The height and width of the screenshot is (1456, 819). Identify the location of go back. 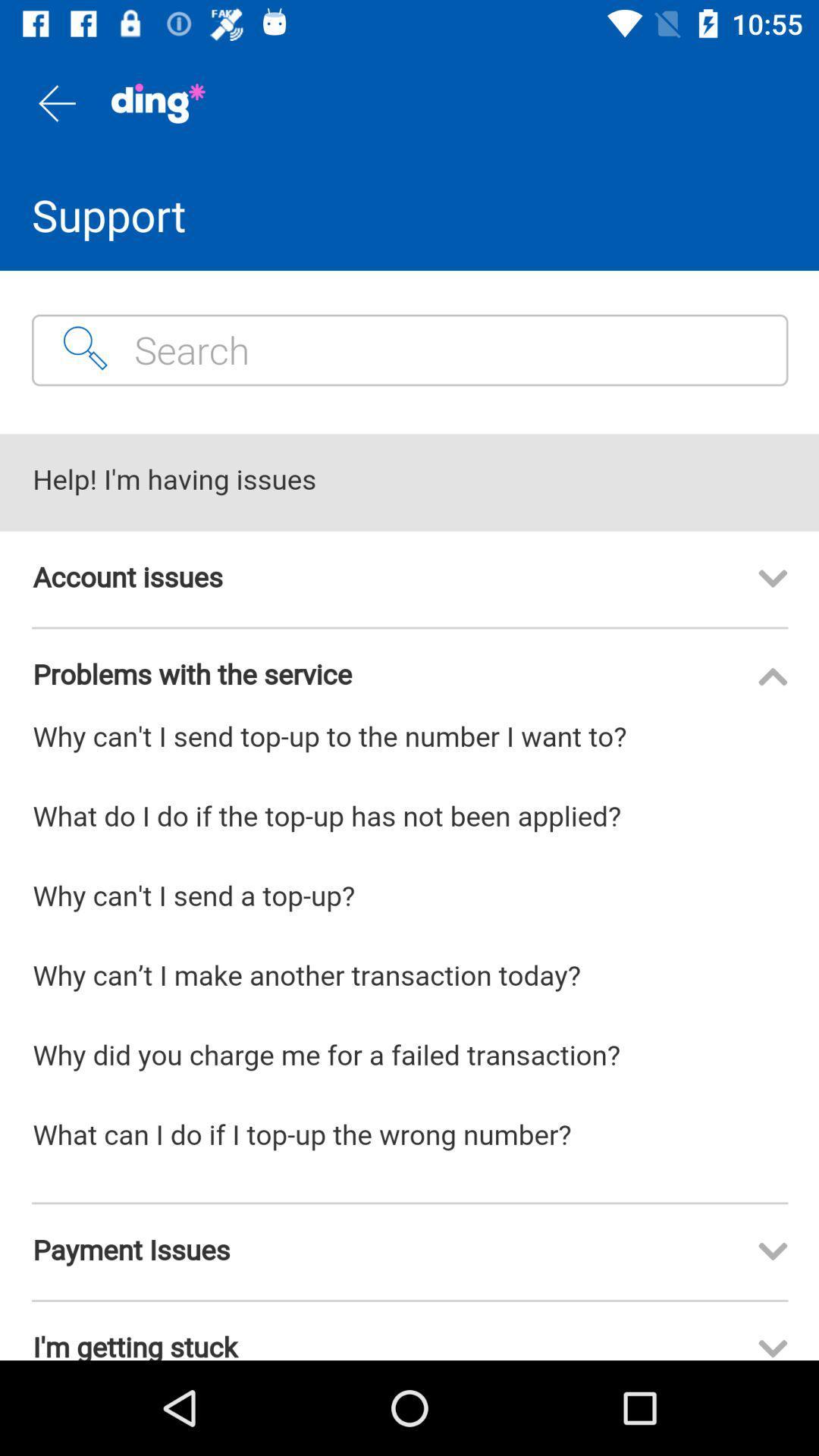
(55, 102).